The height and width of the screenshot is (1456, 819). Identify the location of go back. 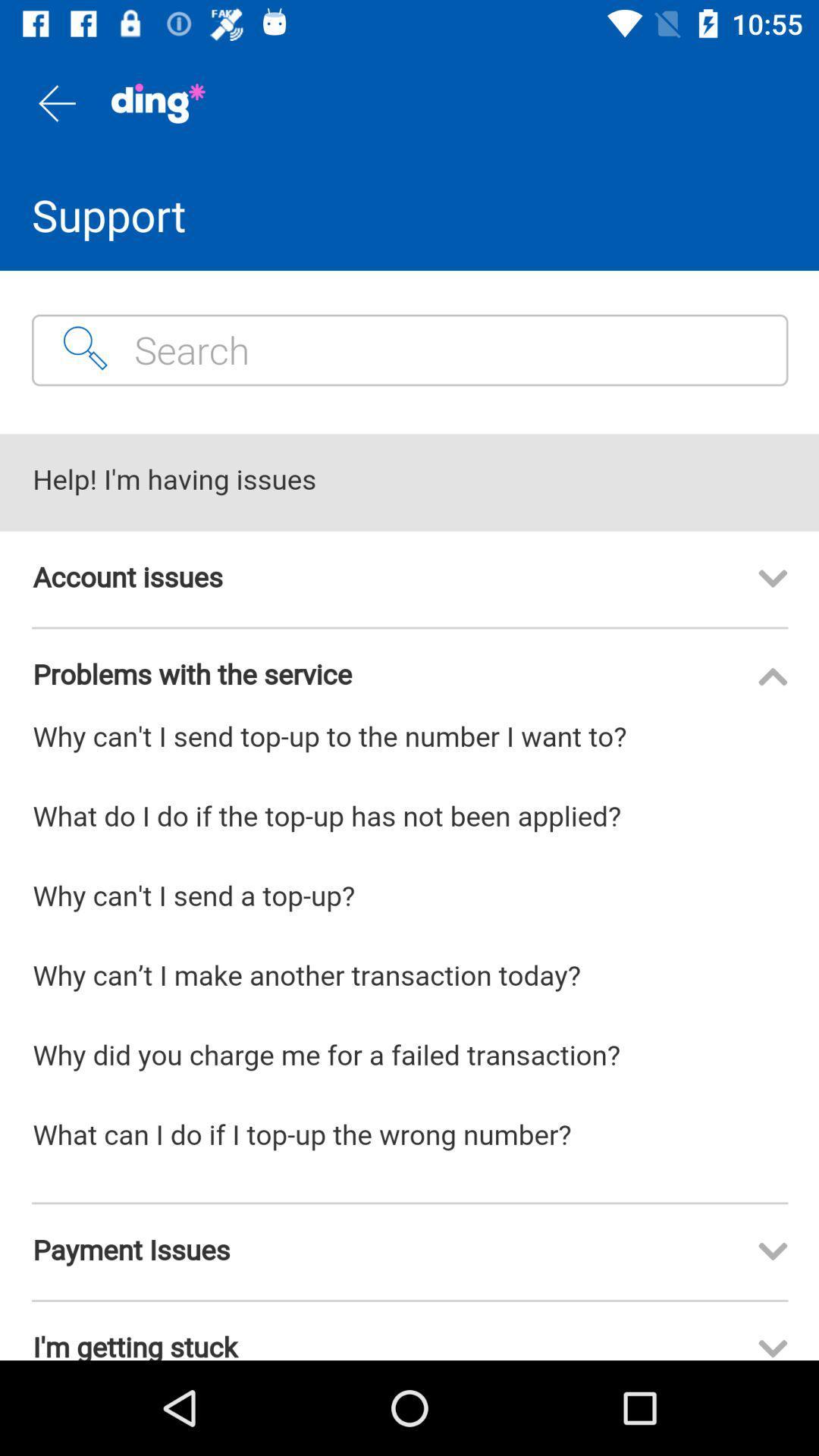
(55, 102).